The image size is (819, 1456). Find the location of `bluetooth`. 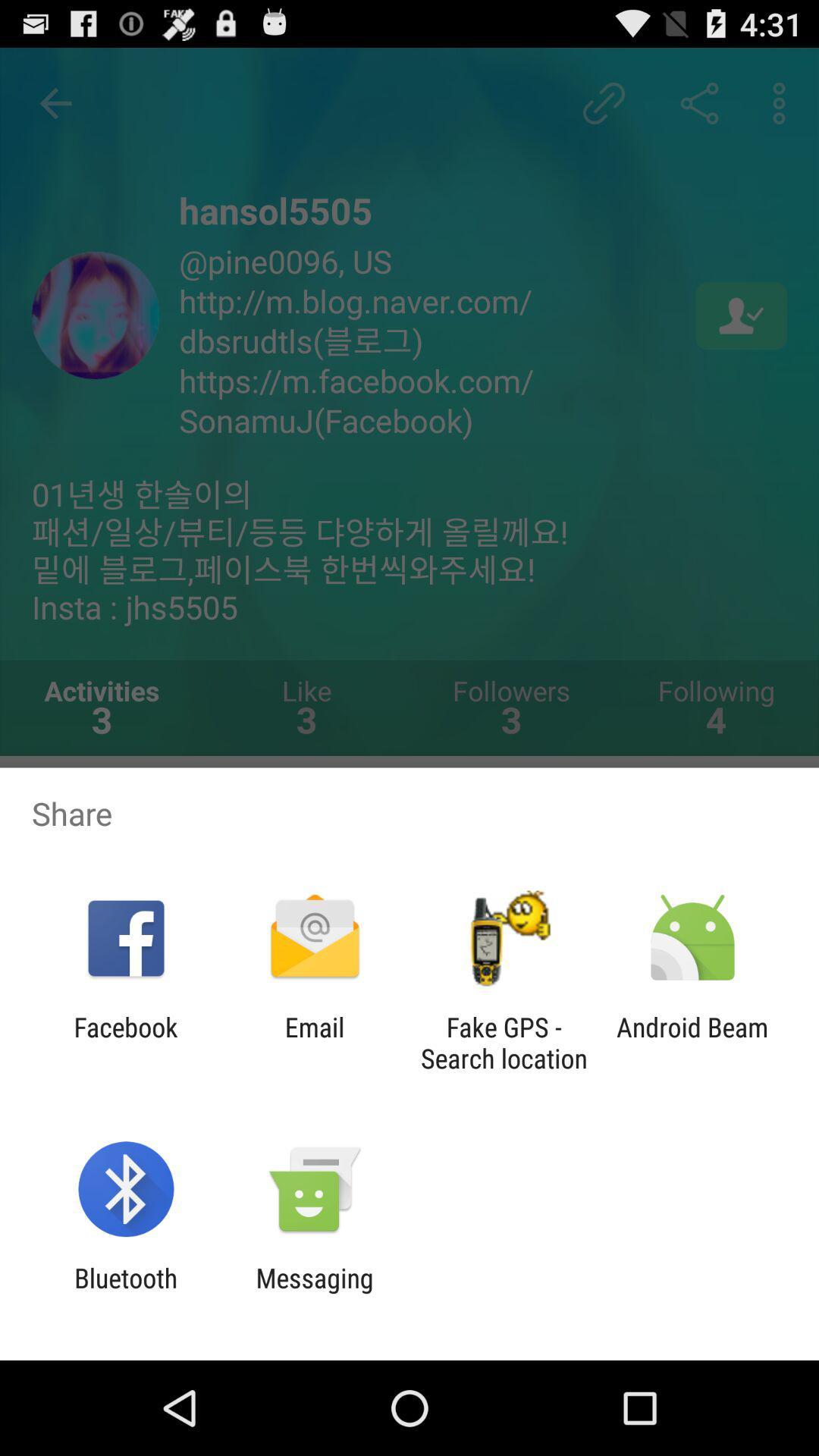

bluetooth is located at coordinates (125, 1293).